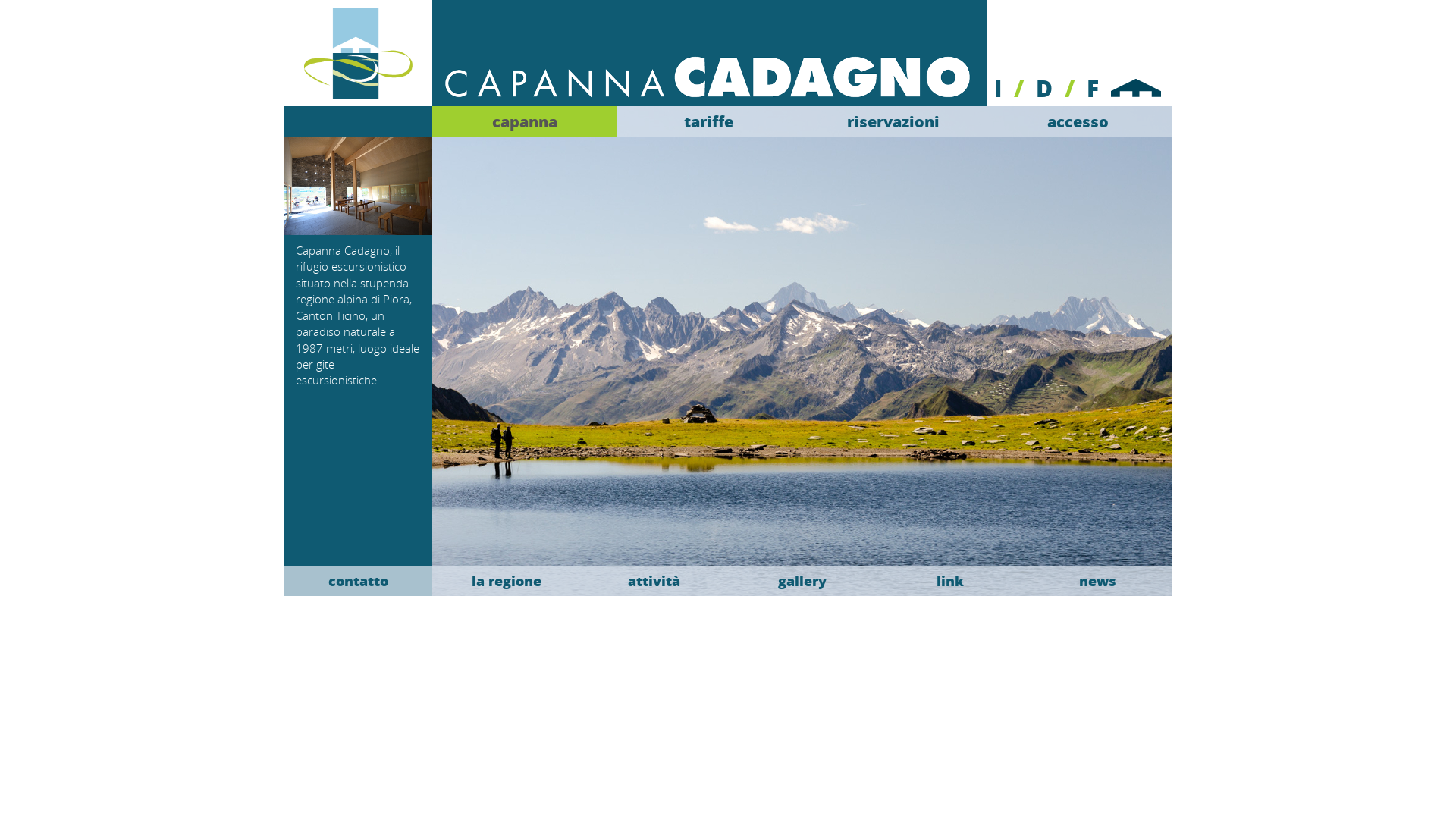  I want to click on 'F', so click(1092, 87).